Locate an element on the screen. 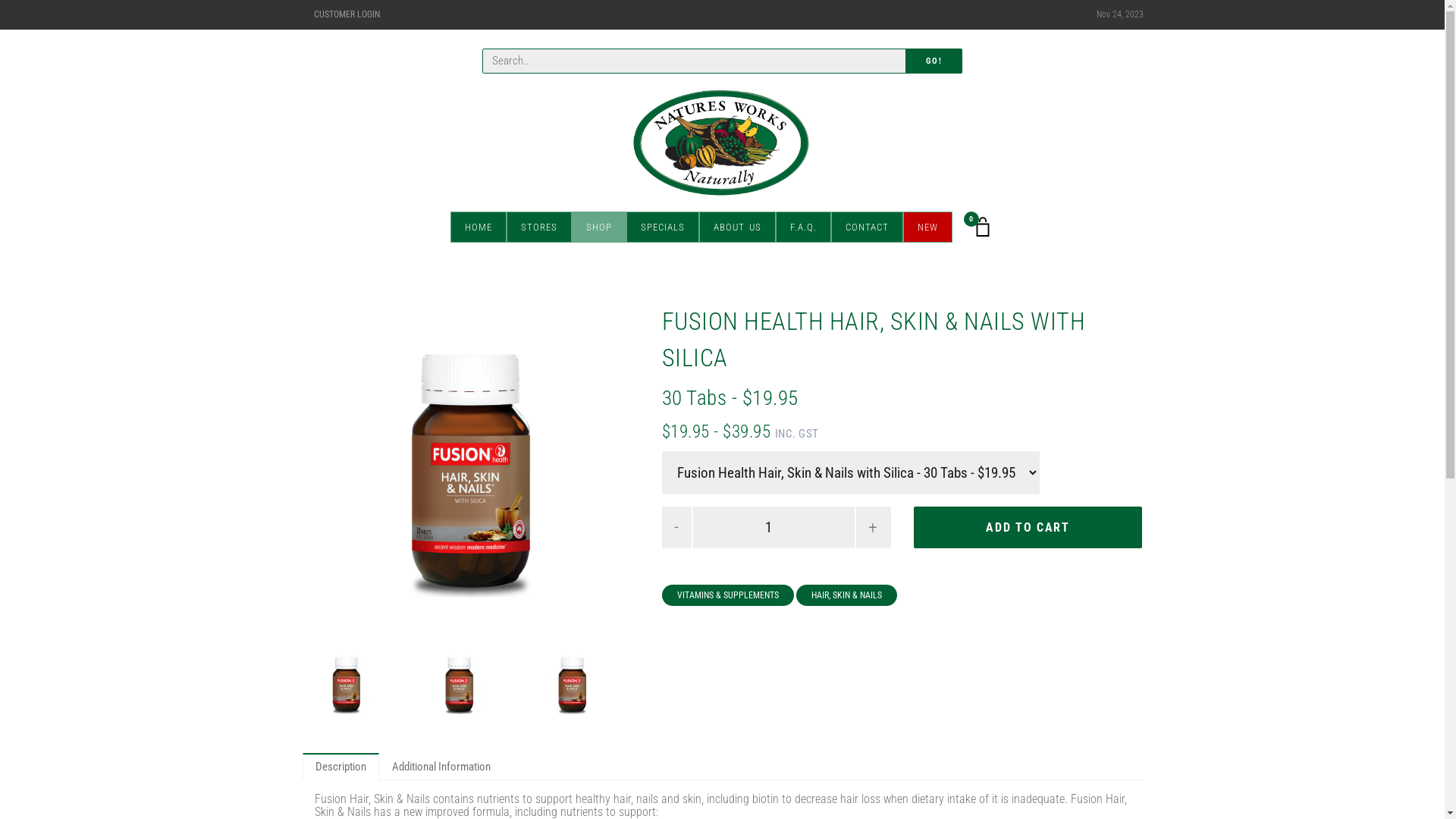  'Description' is located at coordinates (339, 766).